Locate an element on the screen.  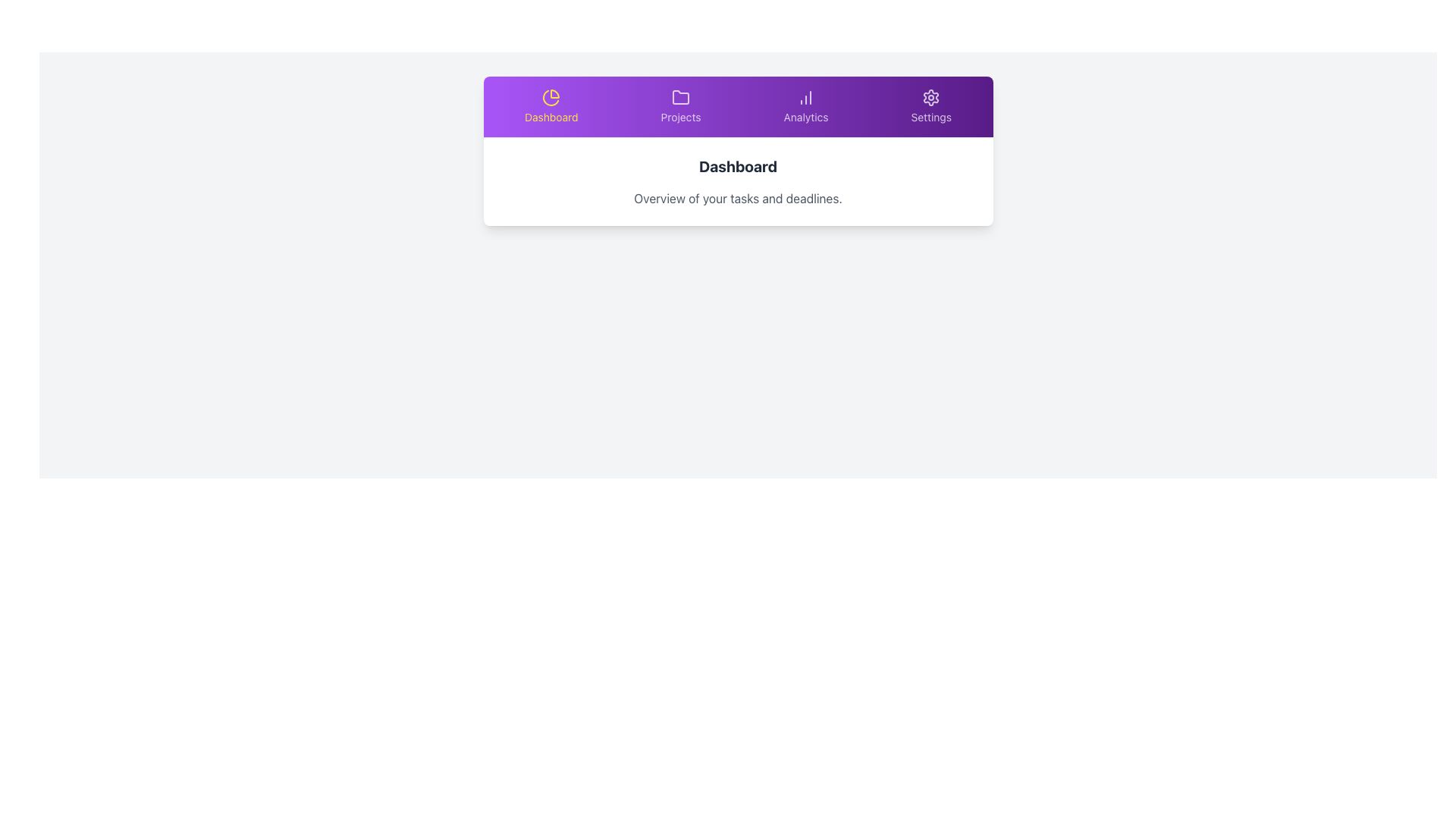
the 'Settings' icon located on the far-right side of the navigation bar is located at coordinates (930, 97).